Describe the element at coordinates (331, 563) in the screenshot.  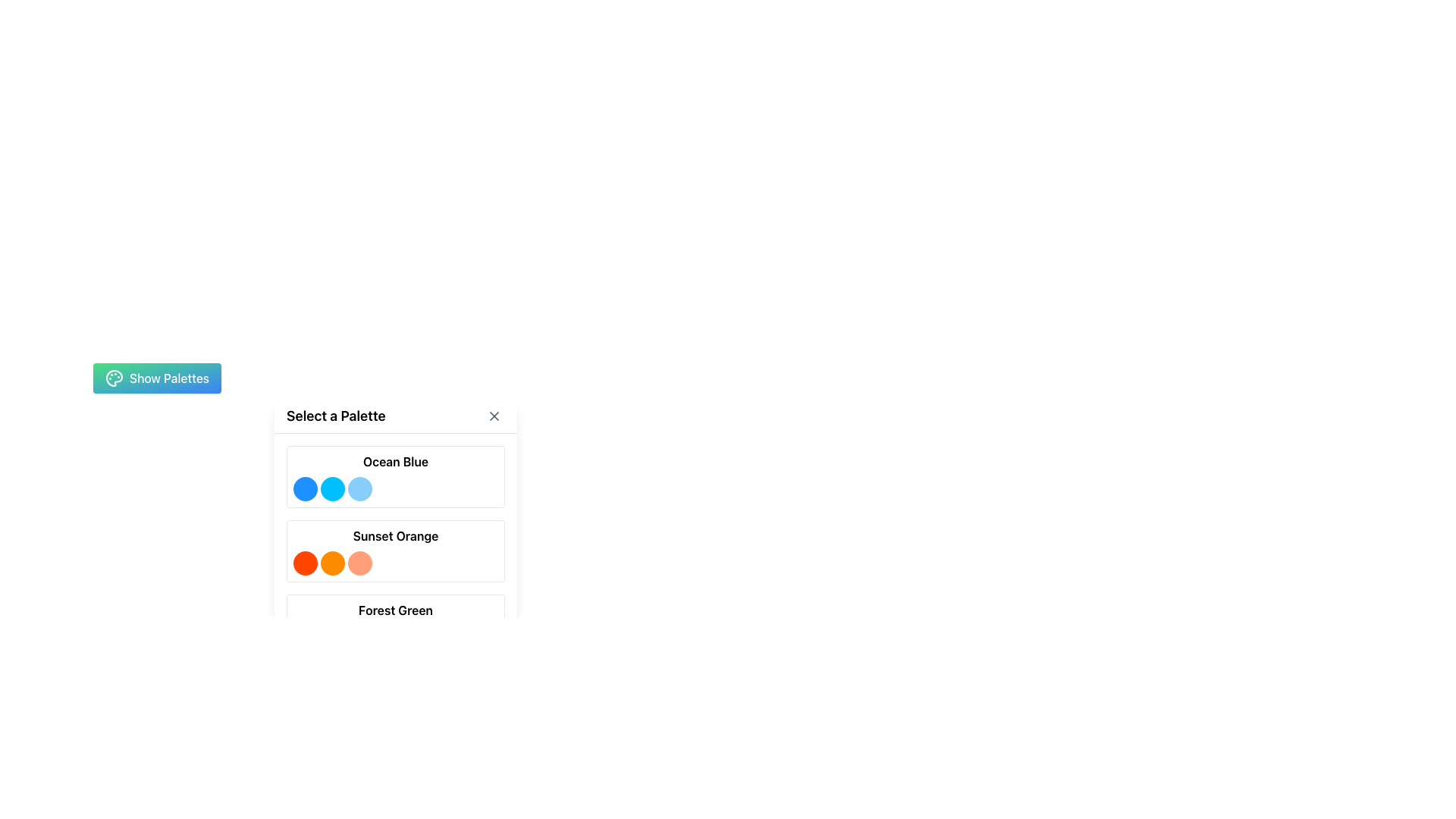
I see `the second circular Color palette button with an orange fill color in the 'Sunset Orange' palette group, located in the modal dialog box titled 'Select a Palette'` at that location.